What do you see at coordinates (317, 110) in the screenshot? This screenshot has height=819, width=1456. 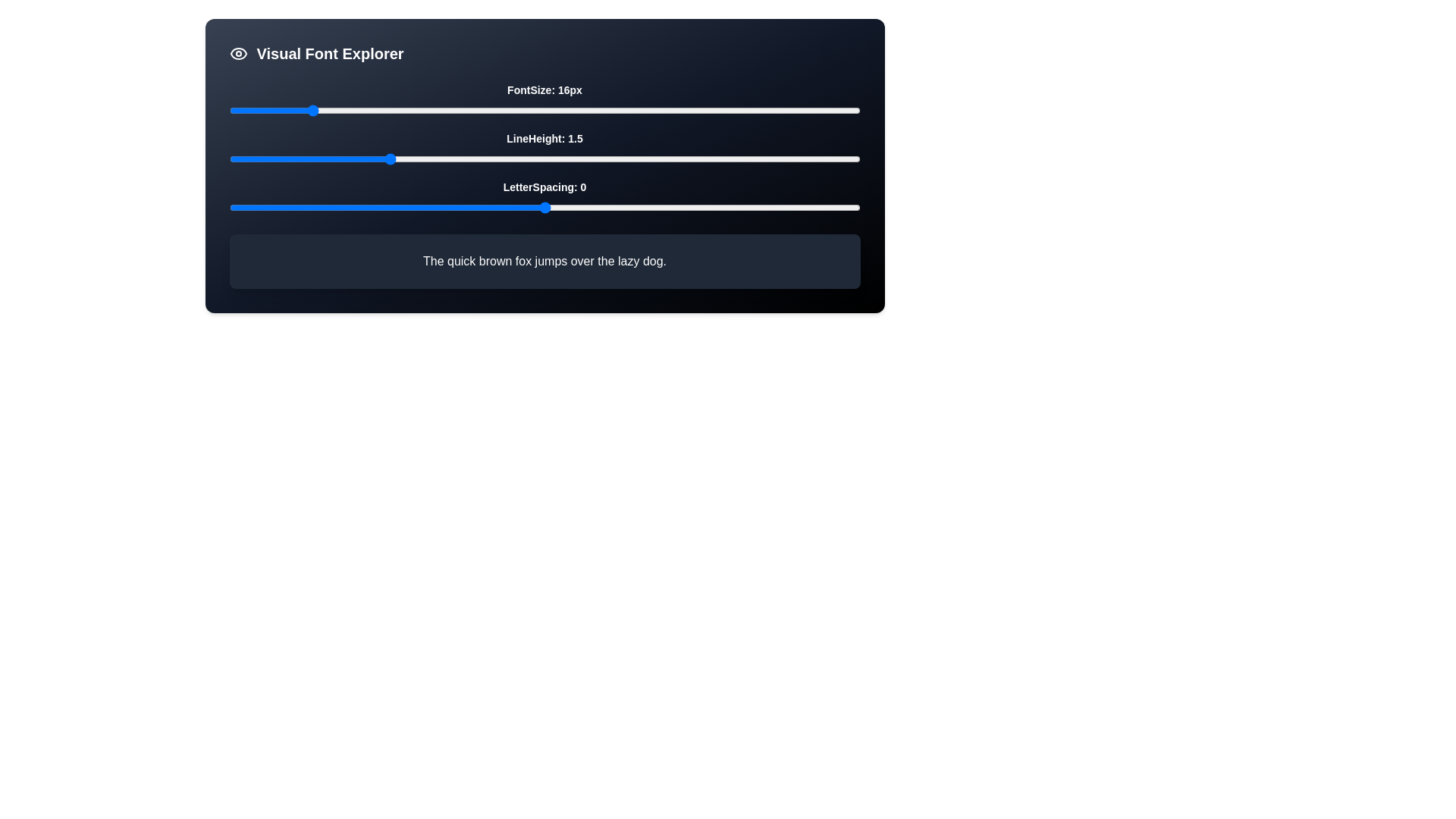 I see `the font size slider to 17 pixels` at bounding box center [317, 110].